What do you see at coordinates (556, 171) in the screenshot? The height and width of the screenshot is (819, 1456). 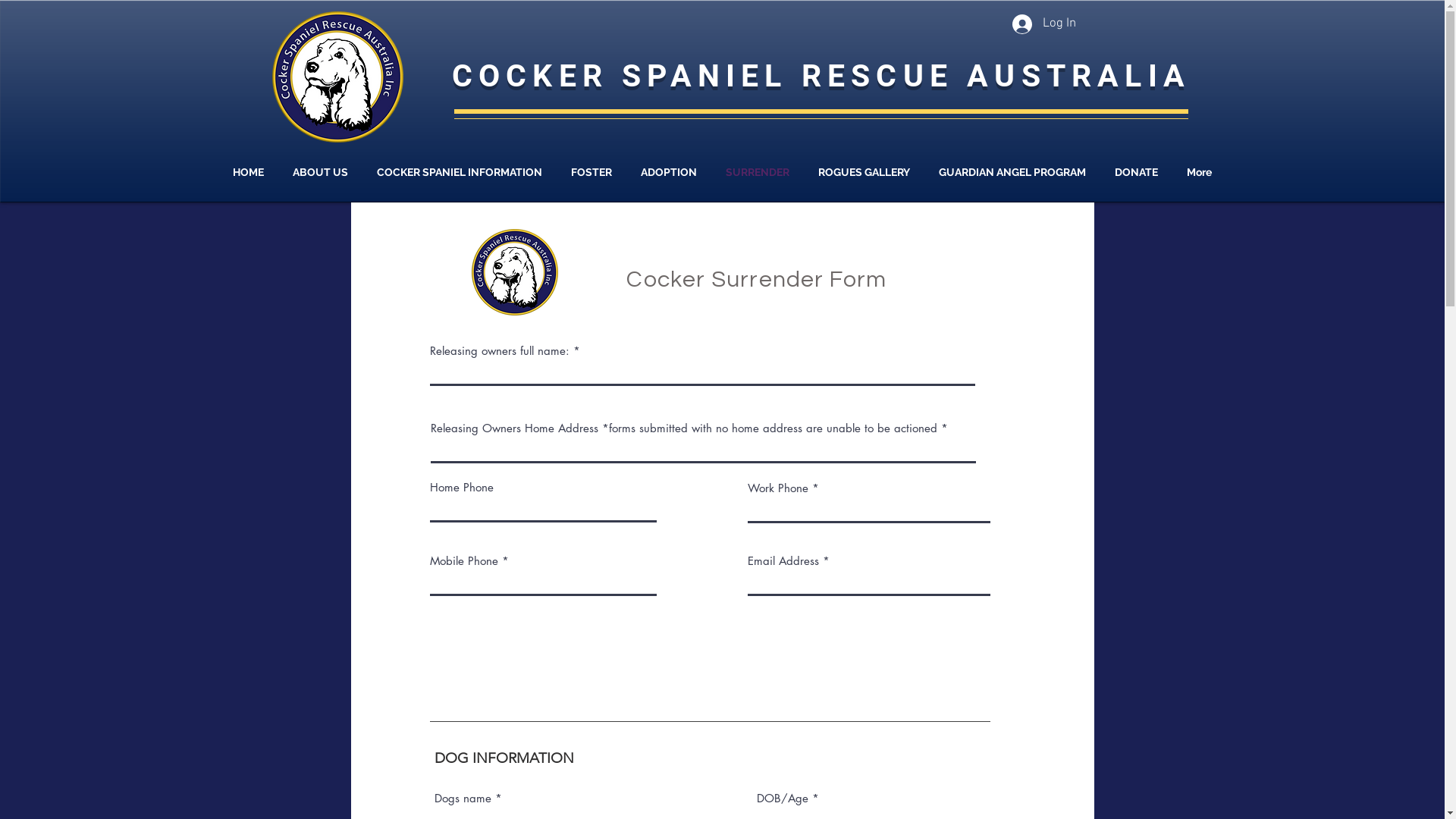 I see `'FOSTER'` at bounding box center [556, 171].